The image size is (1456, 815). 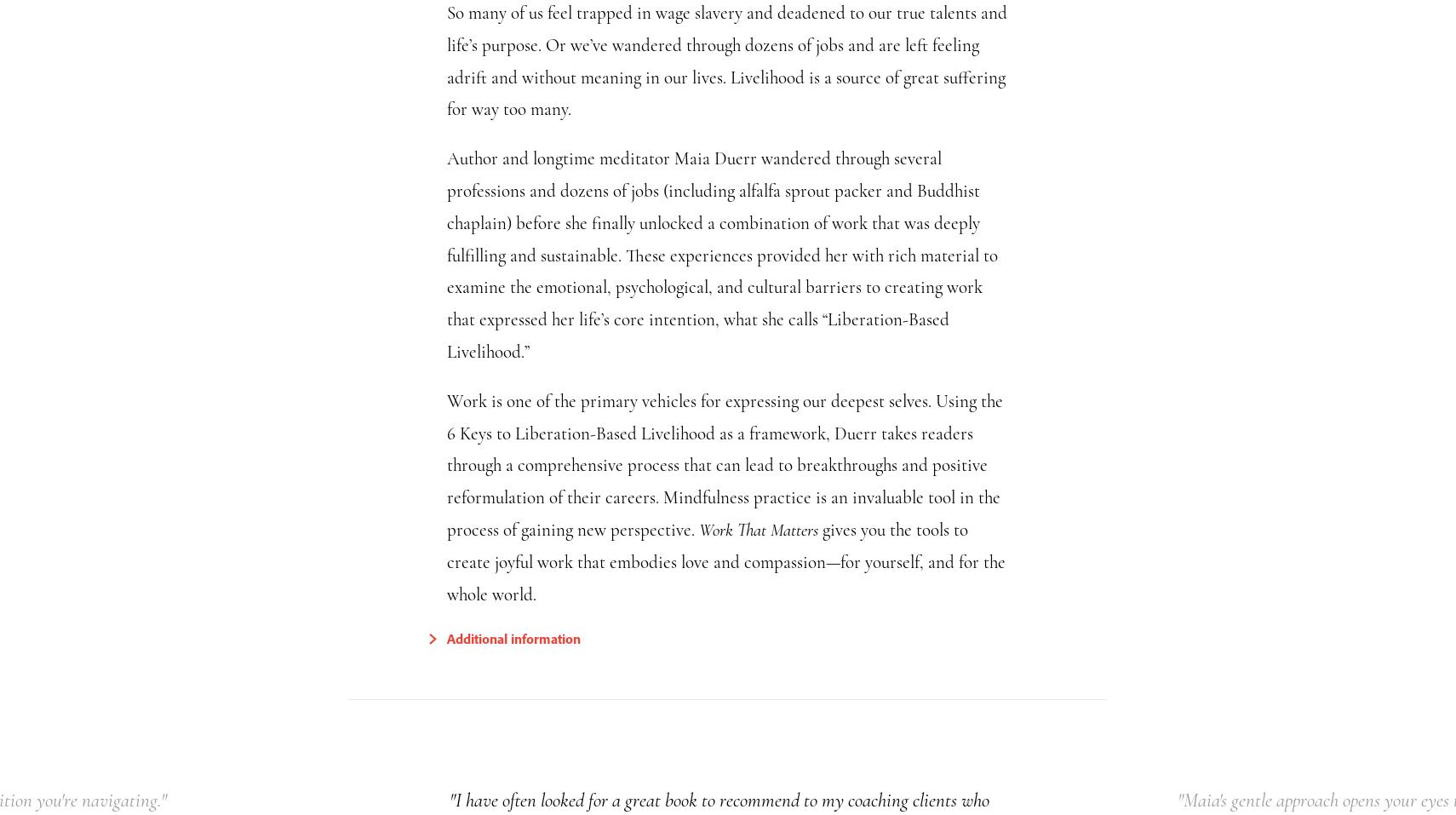 I want to click on 'Publicity and Media Enquiries', so click(x=582, y=779).